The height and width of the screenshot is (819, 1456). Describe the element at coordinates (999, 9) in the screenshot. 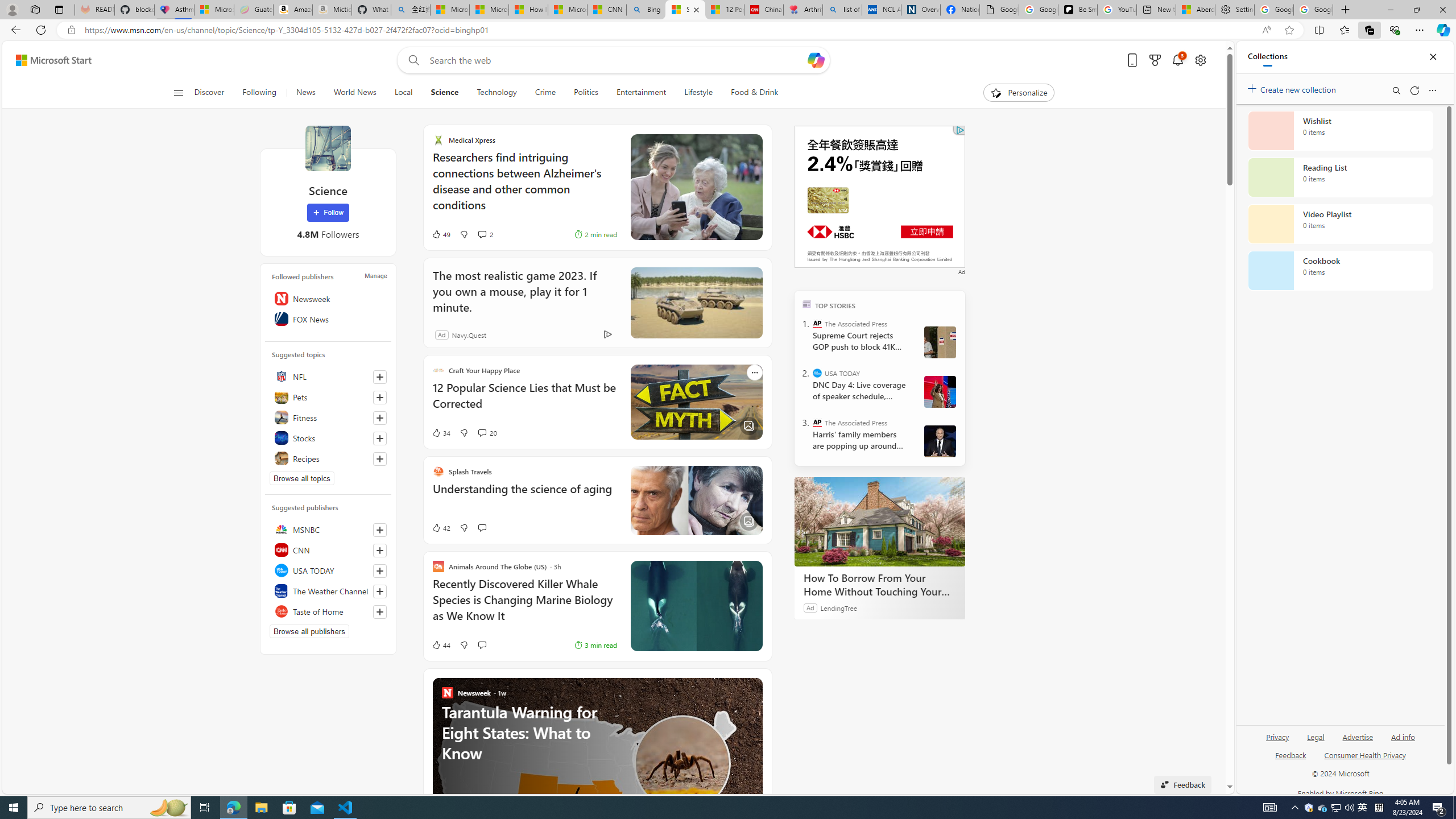

I see `'Google Analytics Opt-out Browser Add-on Download Page'` at that location.